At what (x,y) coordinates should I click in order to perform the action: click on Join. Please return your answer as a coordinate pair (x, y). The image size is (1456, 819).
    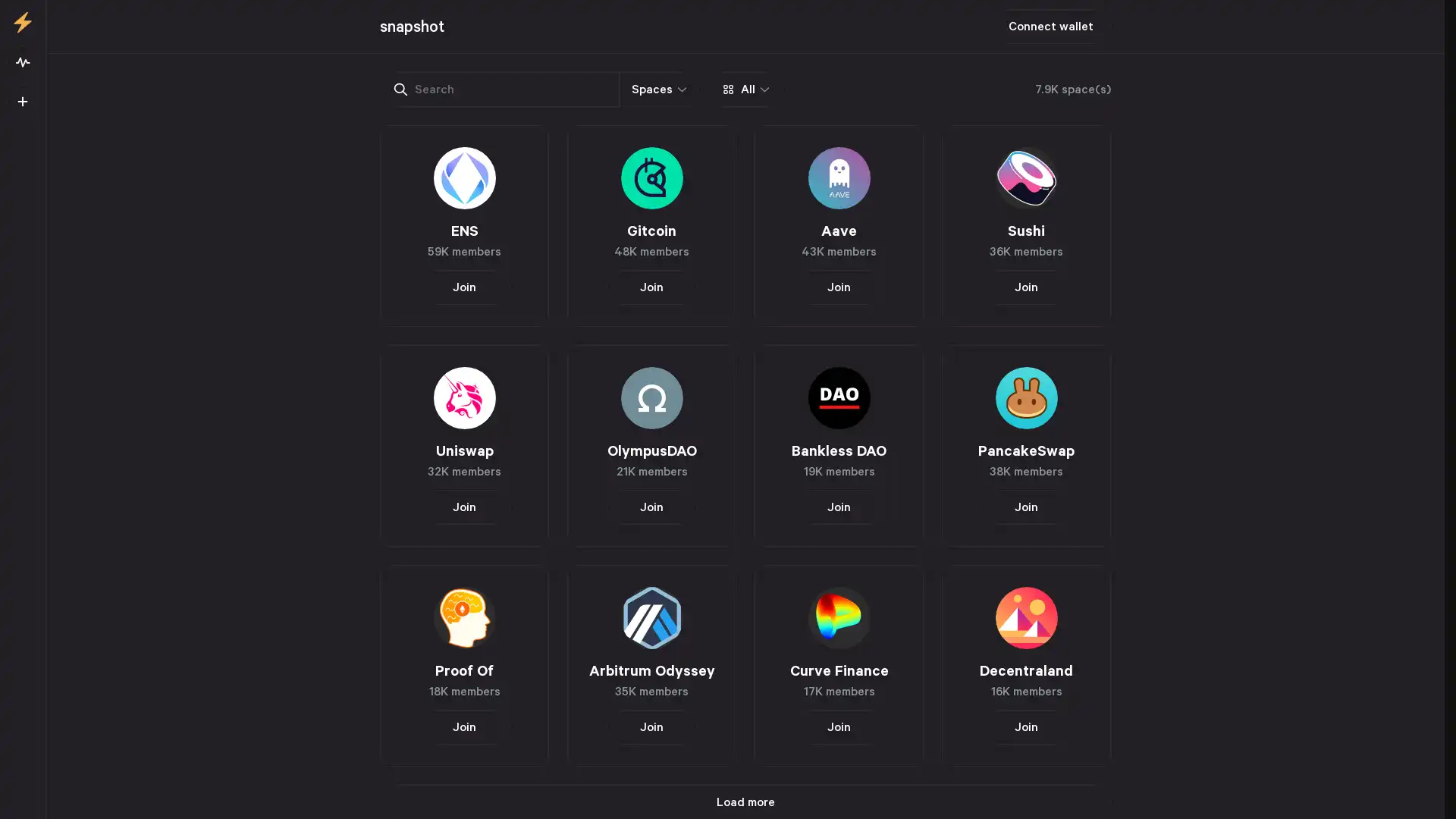
    Looking at the image, I should click on (651, 507).